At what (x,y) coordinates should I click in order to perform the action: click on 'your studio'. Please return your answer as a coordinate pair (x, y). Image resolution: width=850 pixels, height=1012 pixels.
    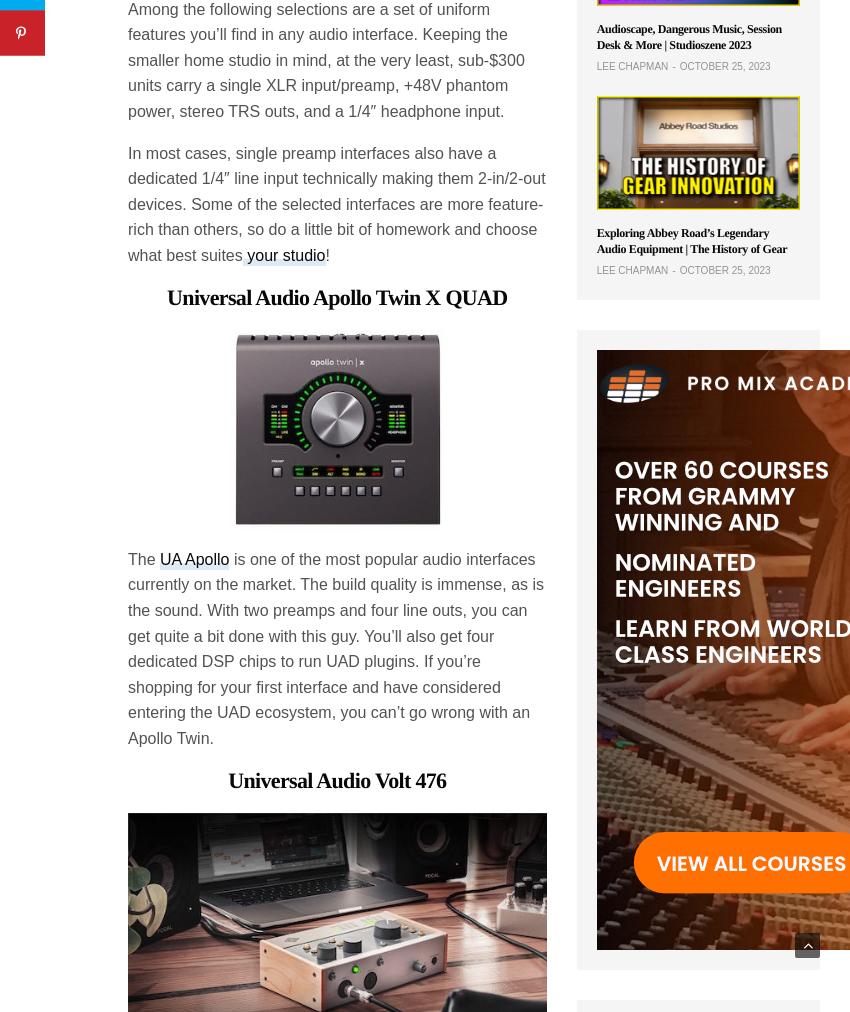
    Looking at the image, I should click on (282, 253).